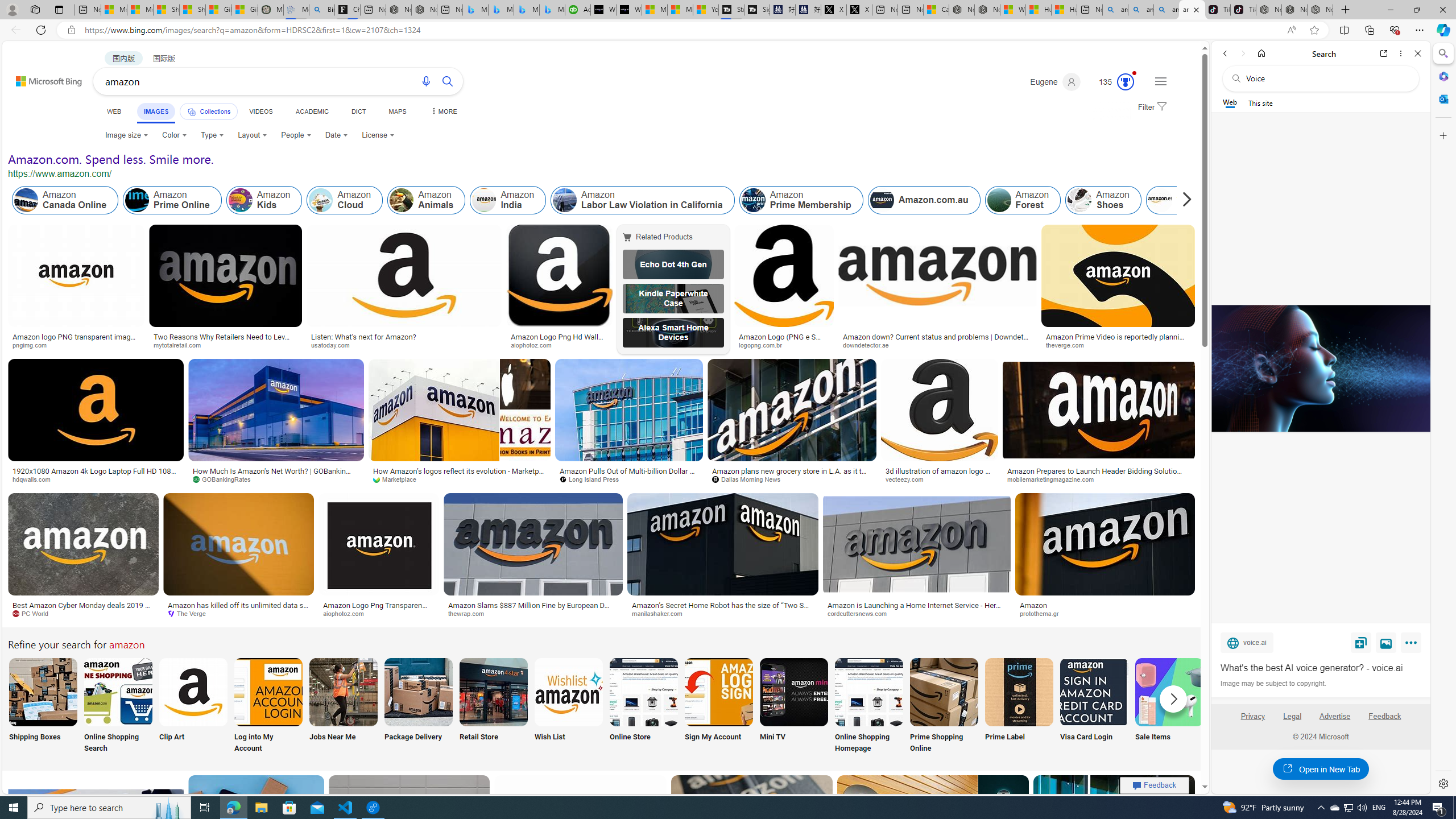  I want to click on 'manilashaker.com', so click(723, 614).